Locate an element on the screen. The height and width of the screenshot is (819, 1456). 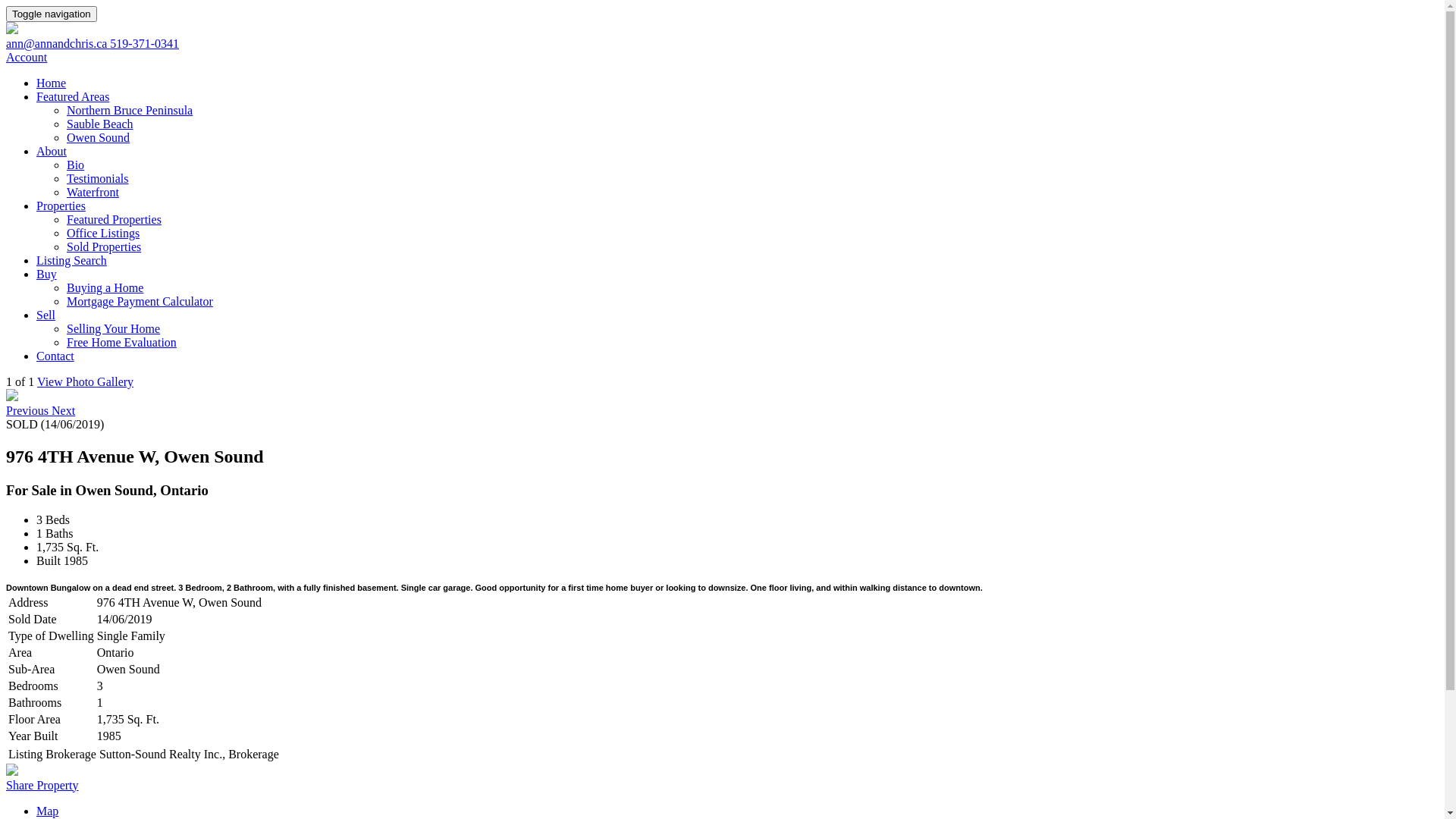
'Home' is located at coordinates (51, 83).